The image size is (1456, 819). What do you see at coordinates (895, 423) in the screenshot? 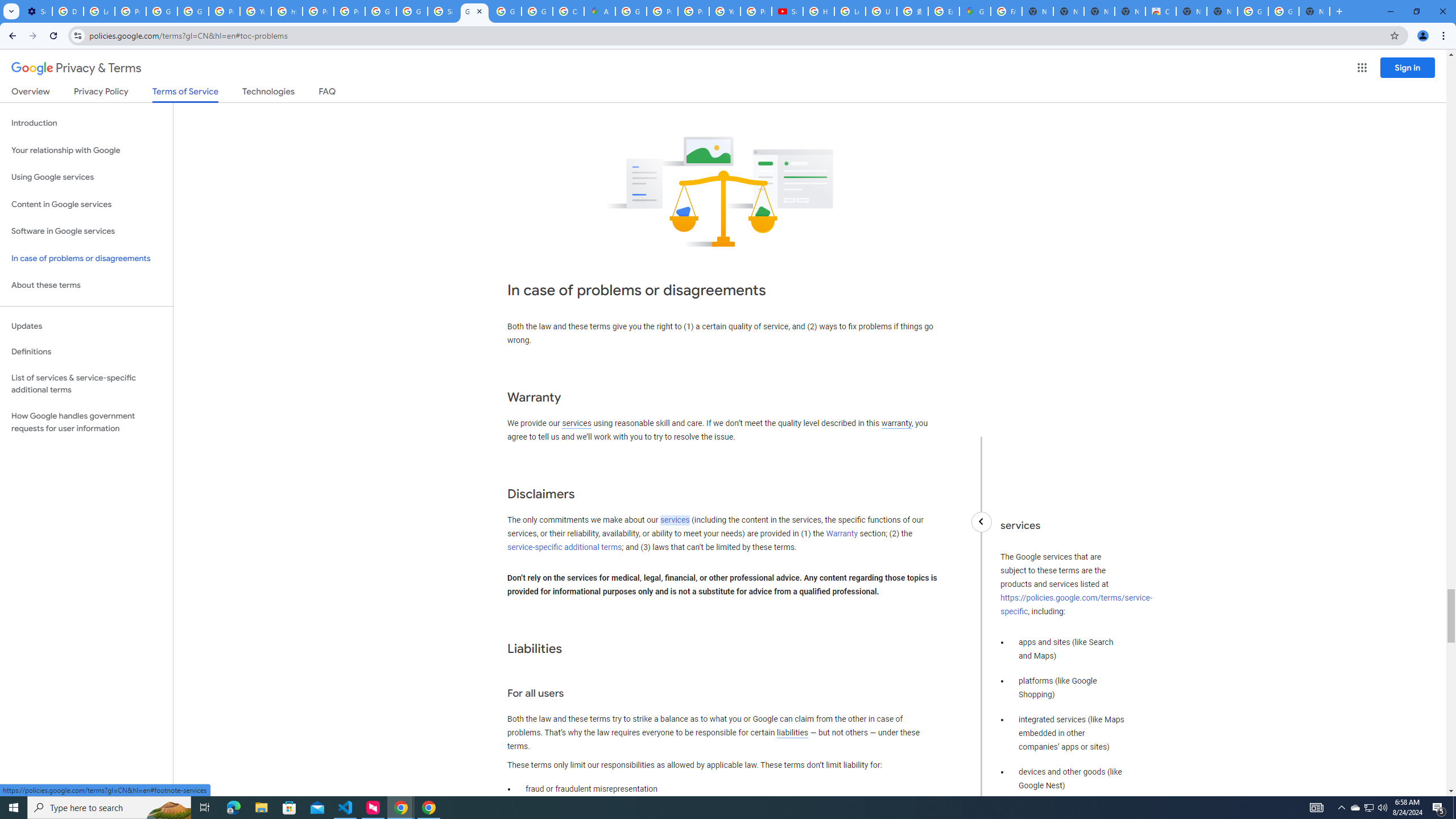
I see `'warranty'` at bounding box center [895, 423].